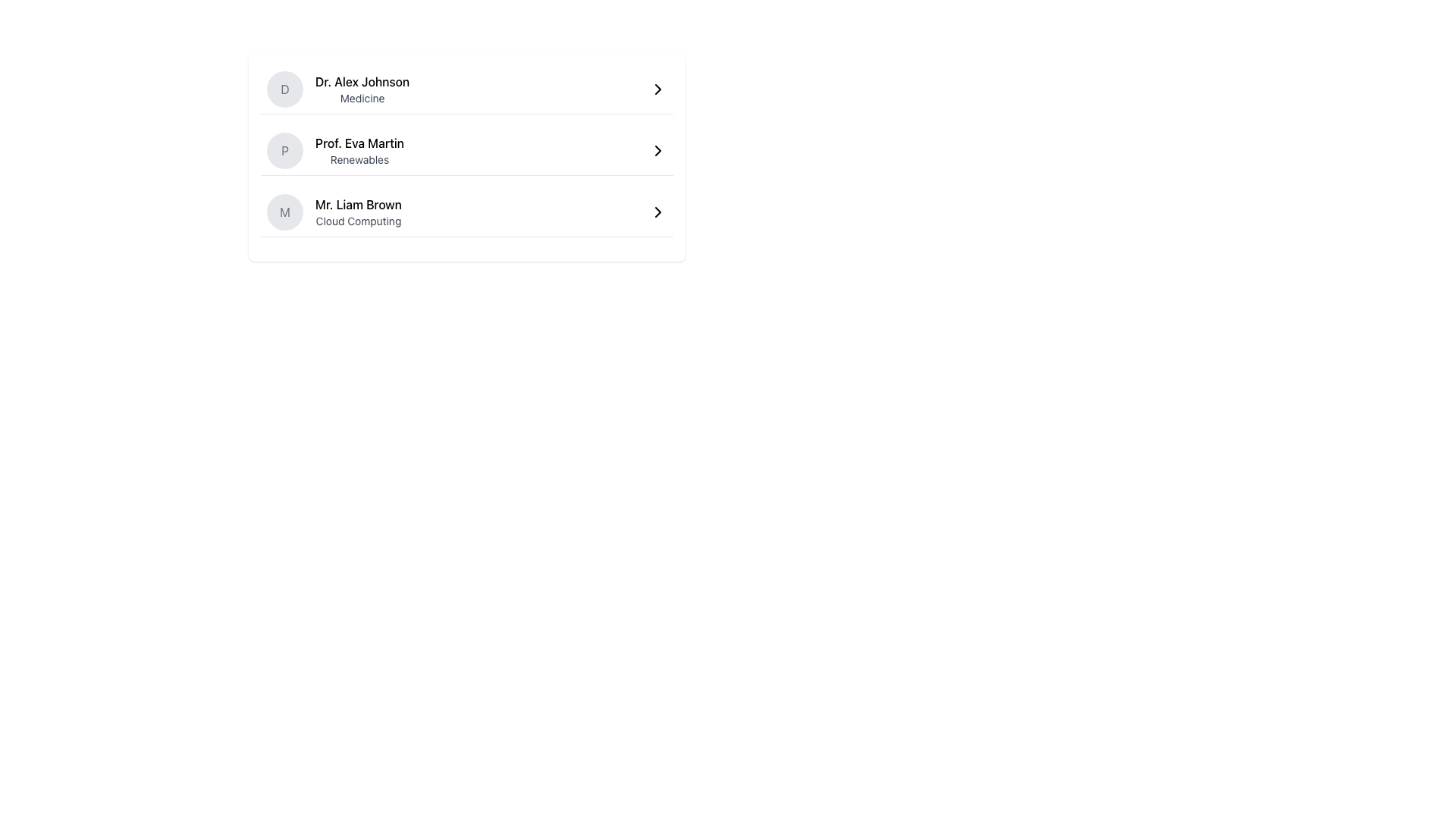 This screenshot has height=819, width=1456. I want to click on the right-facing chevron icon located at the far-right side of the row containing 'Prof. Eva Martin' and 'Renewables', so click(658, 151).